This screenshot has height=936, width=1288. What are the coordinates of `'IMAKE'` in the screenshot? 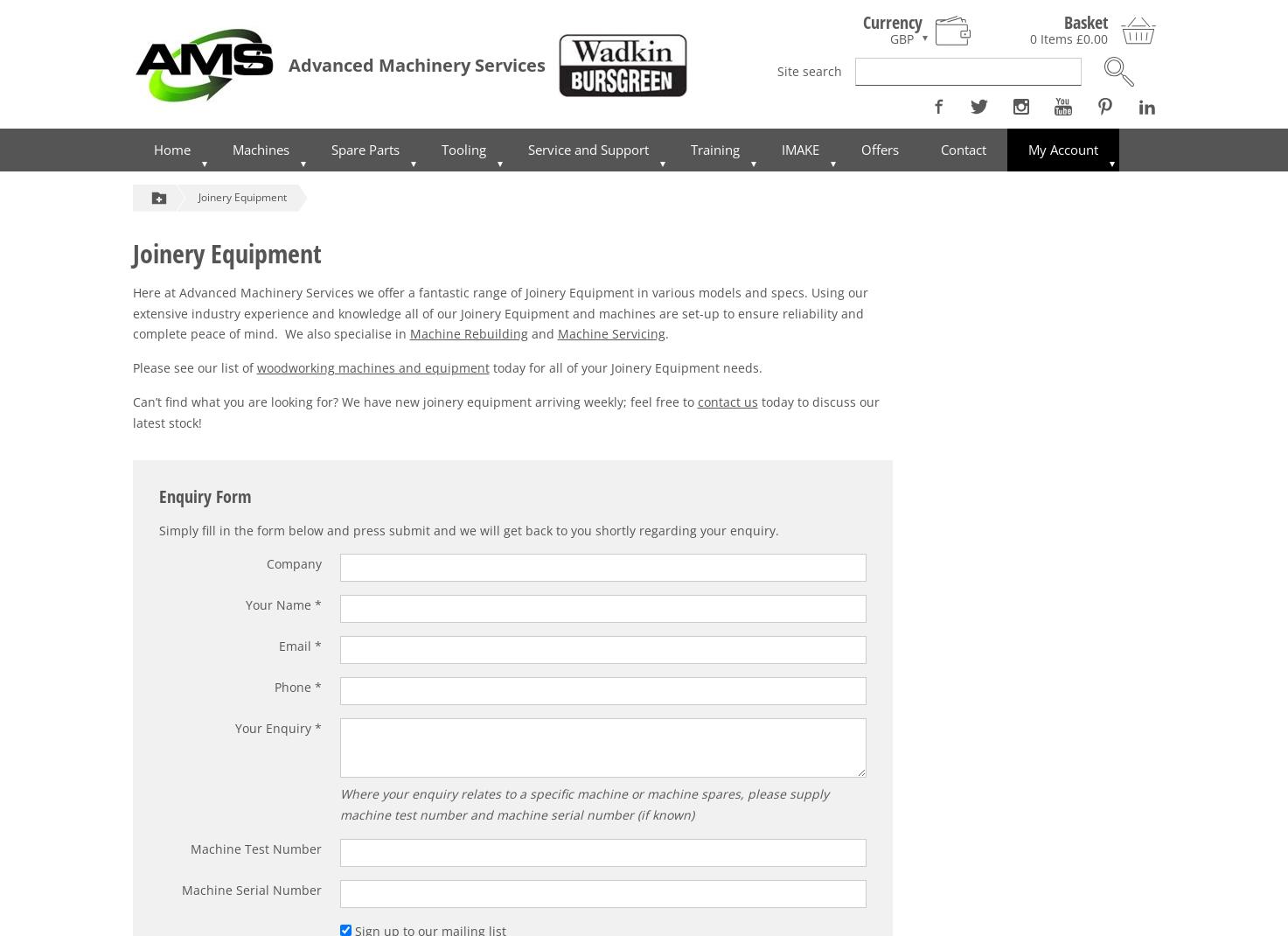 It's located at (798, 149).